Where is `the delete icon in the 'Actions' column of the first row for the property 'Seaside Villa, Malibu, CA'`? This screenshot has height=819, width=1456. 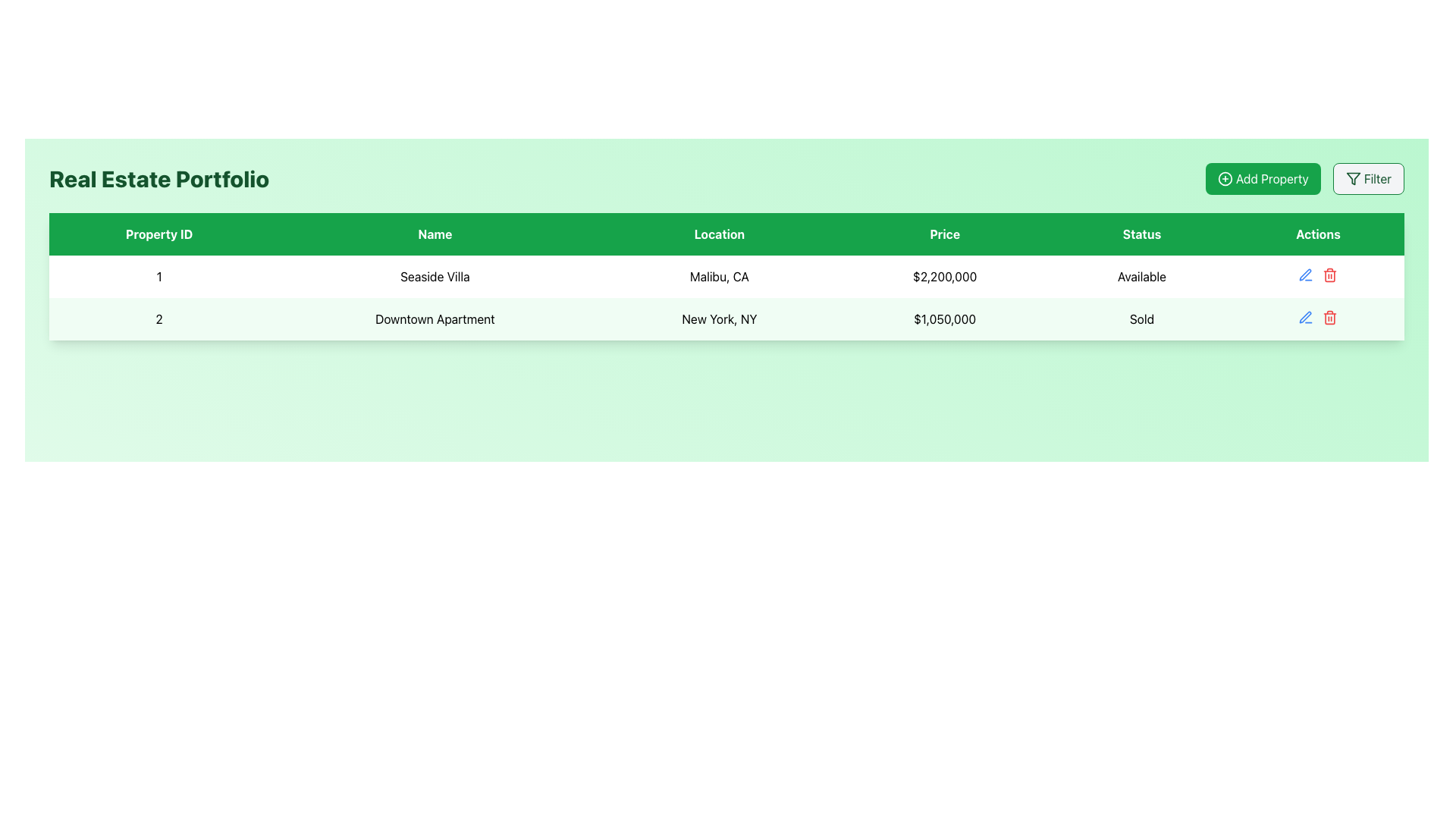
the delete icon in the 'Actions' column of the first row for the property 'Seaside Villa, Malibu, CA' is located at coordinates (1316, 275).